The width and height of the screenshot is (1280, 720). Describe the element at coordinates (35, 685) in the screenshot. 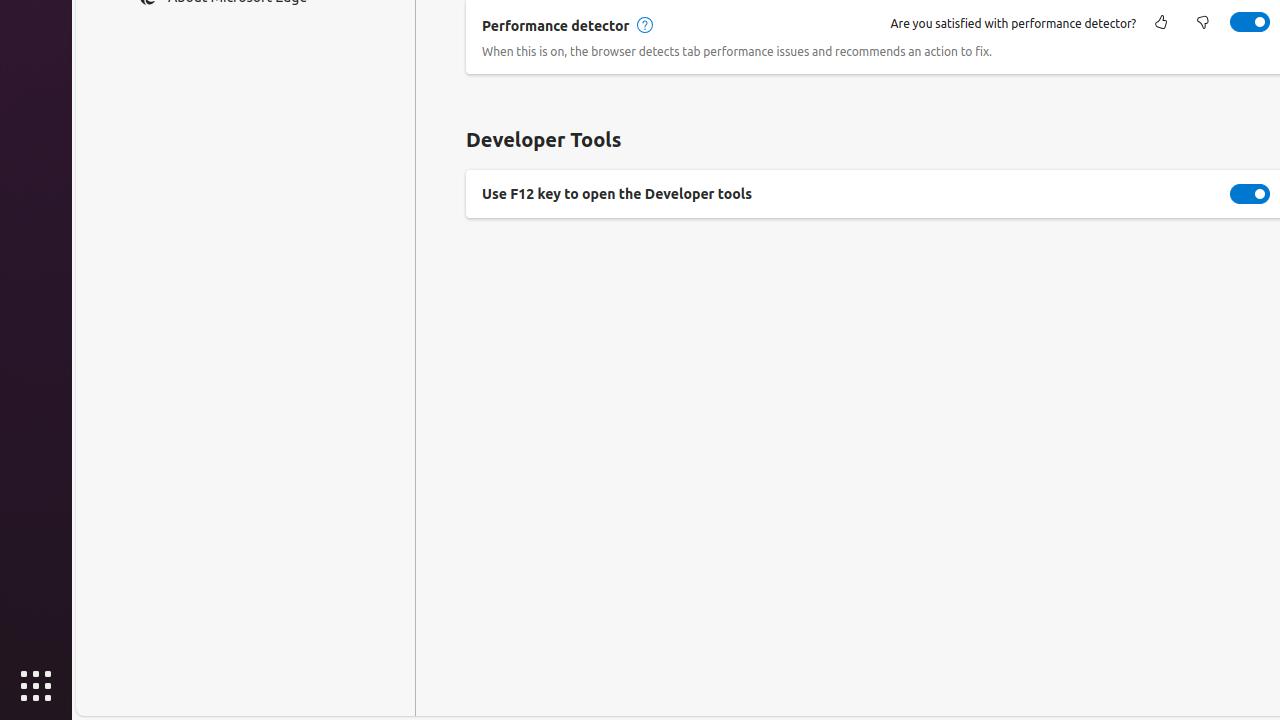

I see `'Show Applications'` at that location.